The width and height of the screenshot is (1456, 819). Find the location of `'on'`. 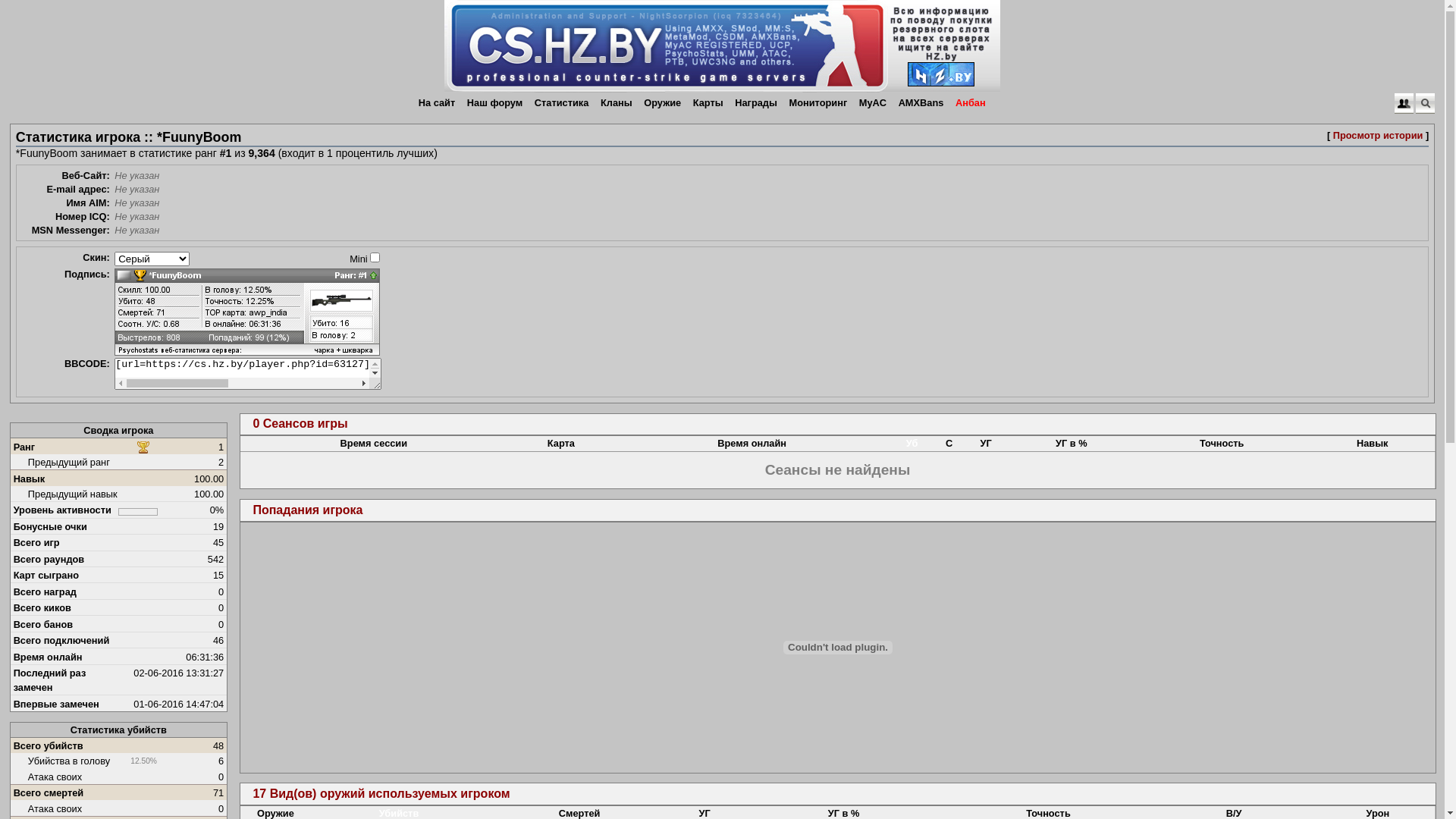

'on' is located at coordinates (375, 256).